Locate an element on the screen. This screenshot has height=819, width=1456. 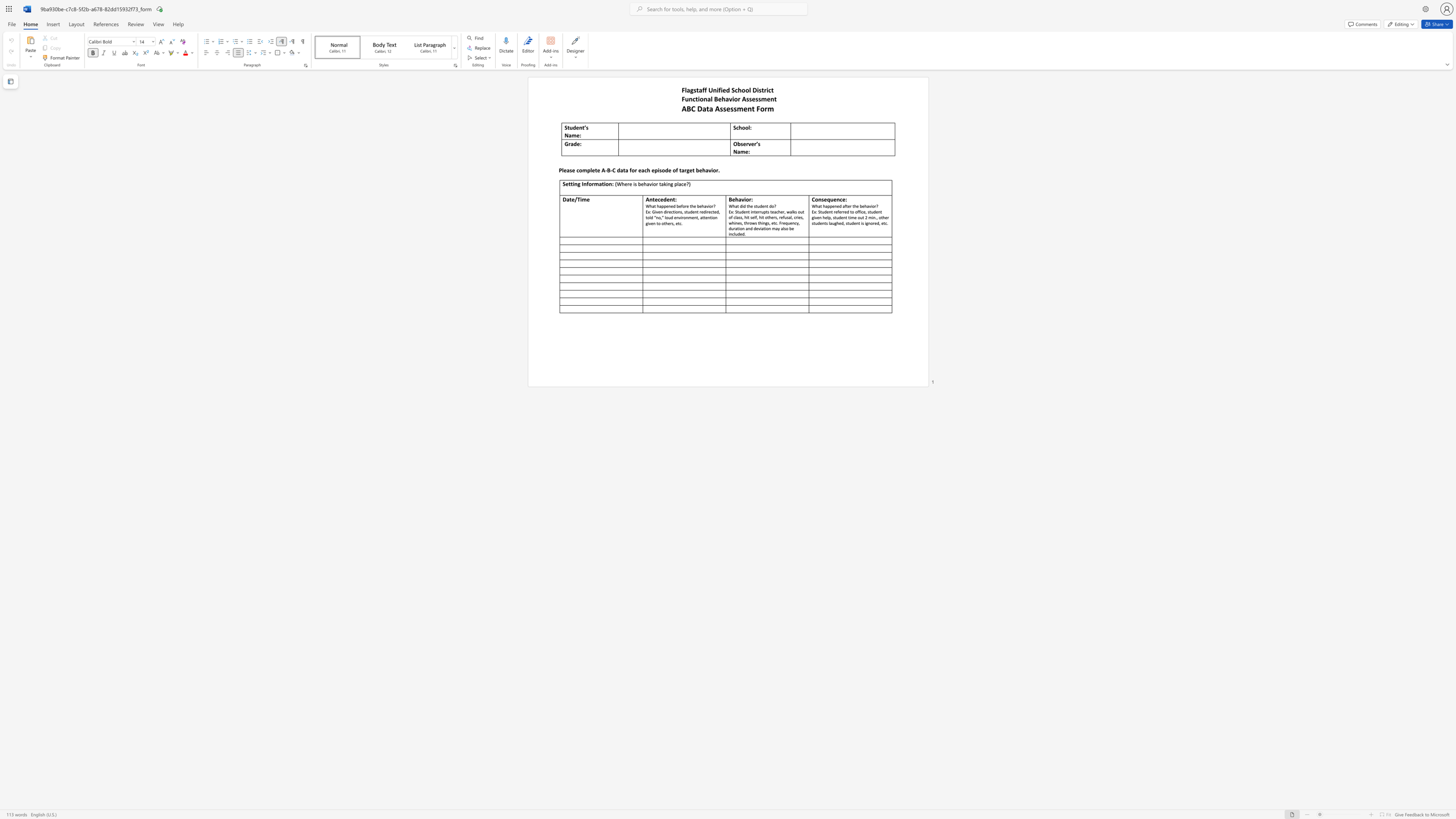
the subset text "ehavior taking place?)" within the text "(Where is behavior taking place?)" is located at coordinates (640, 183).